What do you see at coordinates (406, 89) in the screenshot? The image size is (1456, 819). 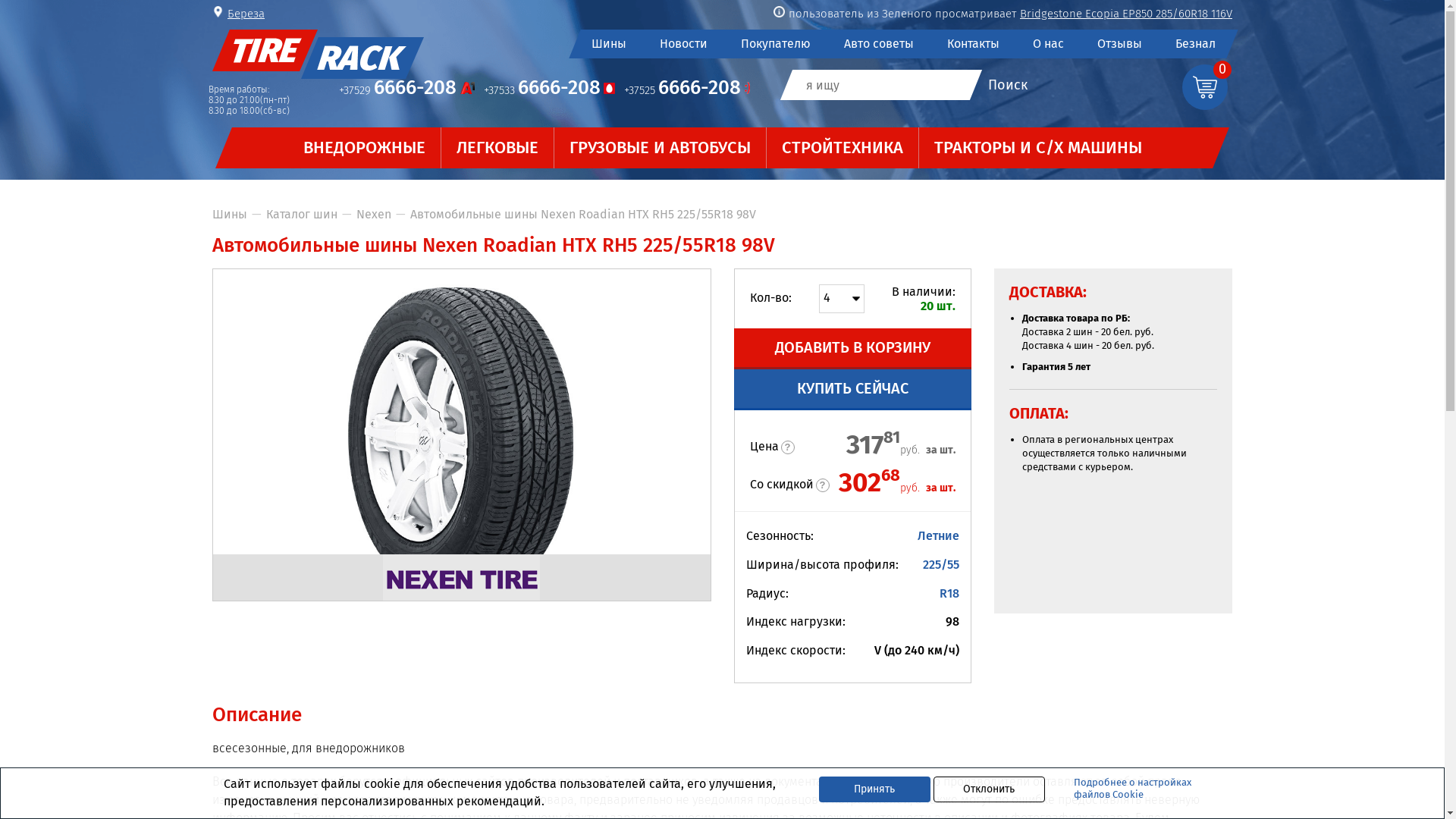 I see `'+37529 6666-208'` at bounding box center [406, 89].